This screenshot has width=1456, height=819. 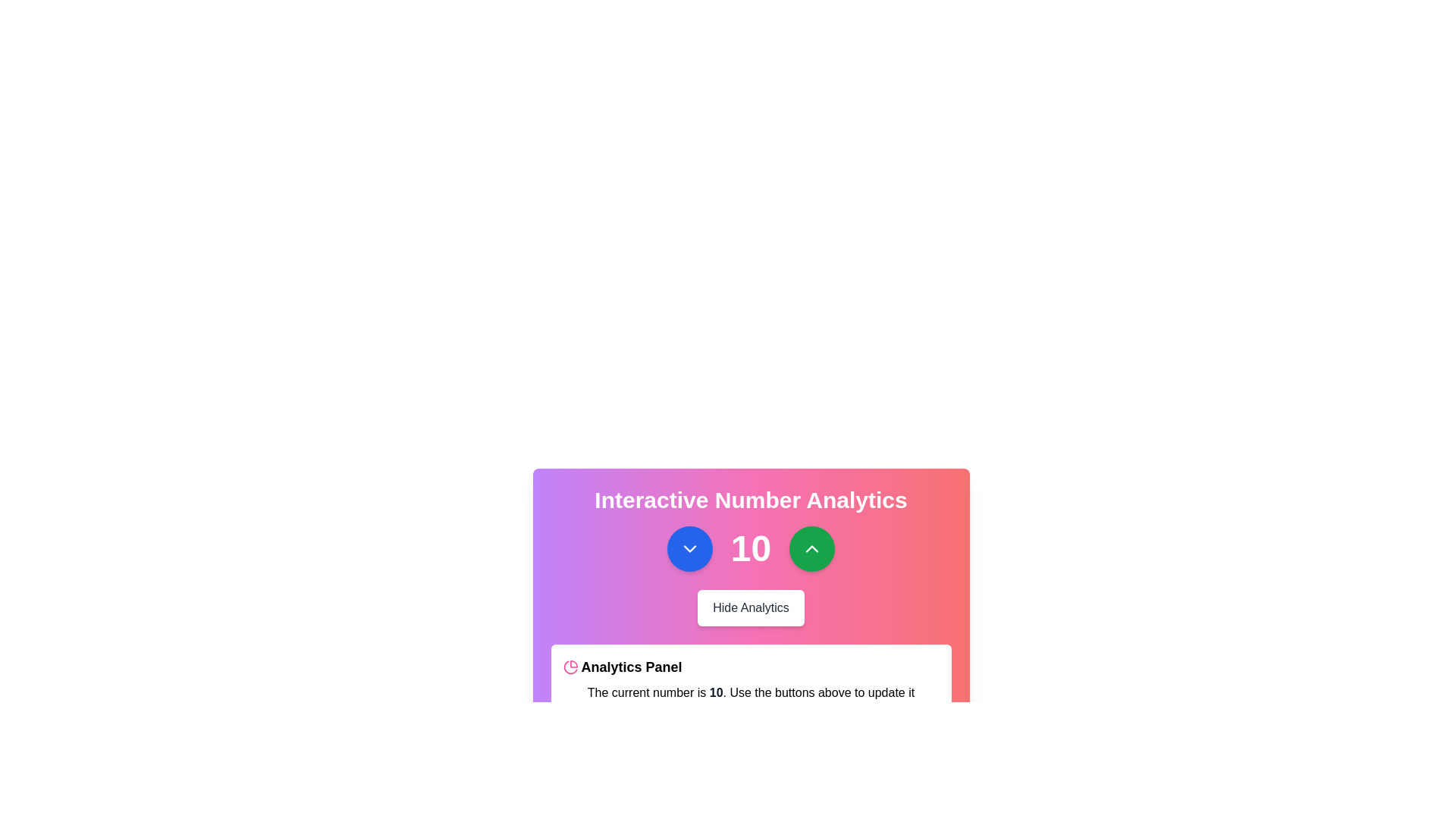 What do you see at coordinates (689, 549) in the screenshot?
I see `the chevron-down button with a blue background and white icon lines, located to the left of the displayed number '10'` at bounding box center [689, 549].